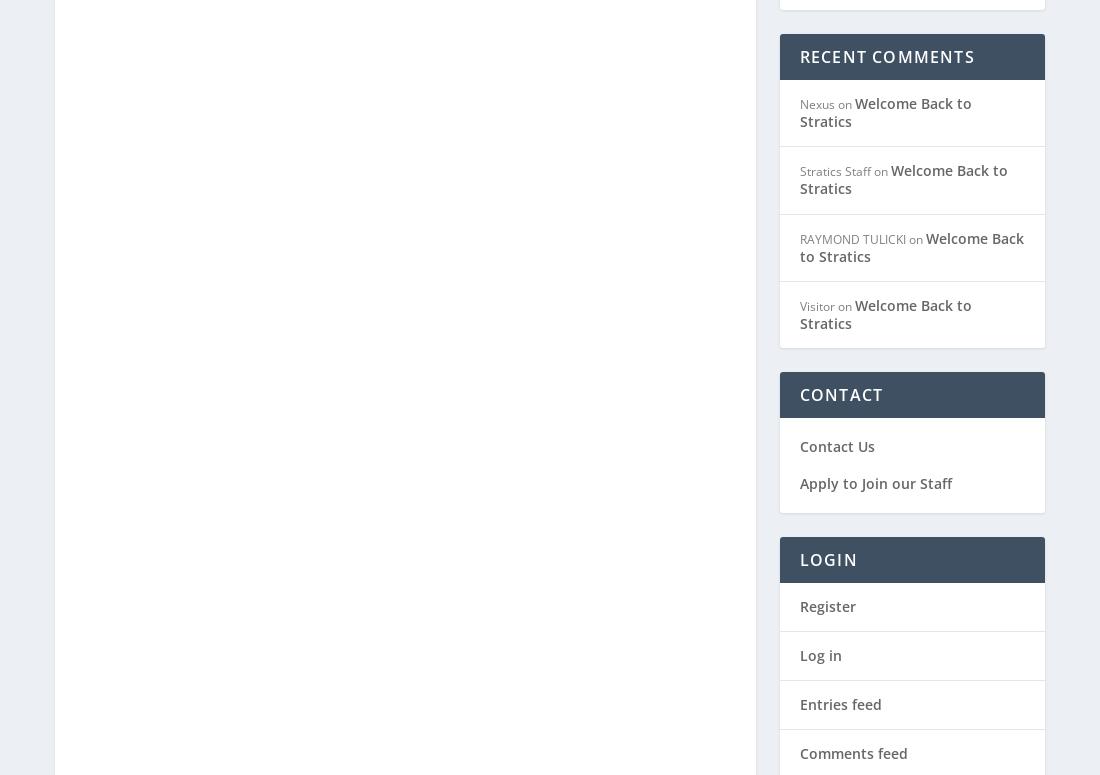 Image resolution: width=1100 pixels, height=775 pixels. Describe the element at coordinates (848, 692) in the screenshot. I see `'WordPress.org'` at that location.